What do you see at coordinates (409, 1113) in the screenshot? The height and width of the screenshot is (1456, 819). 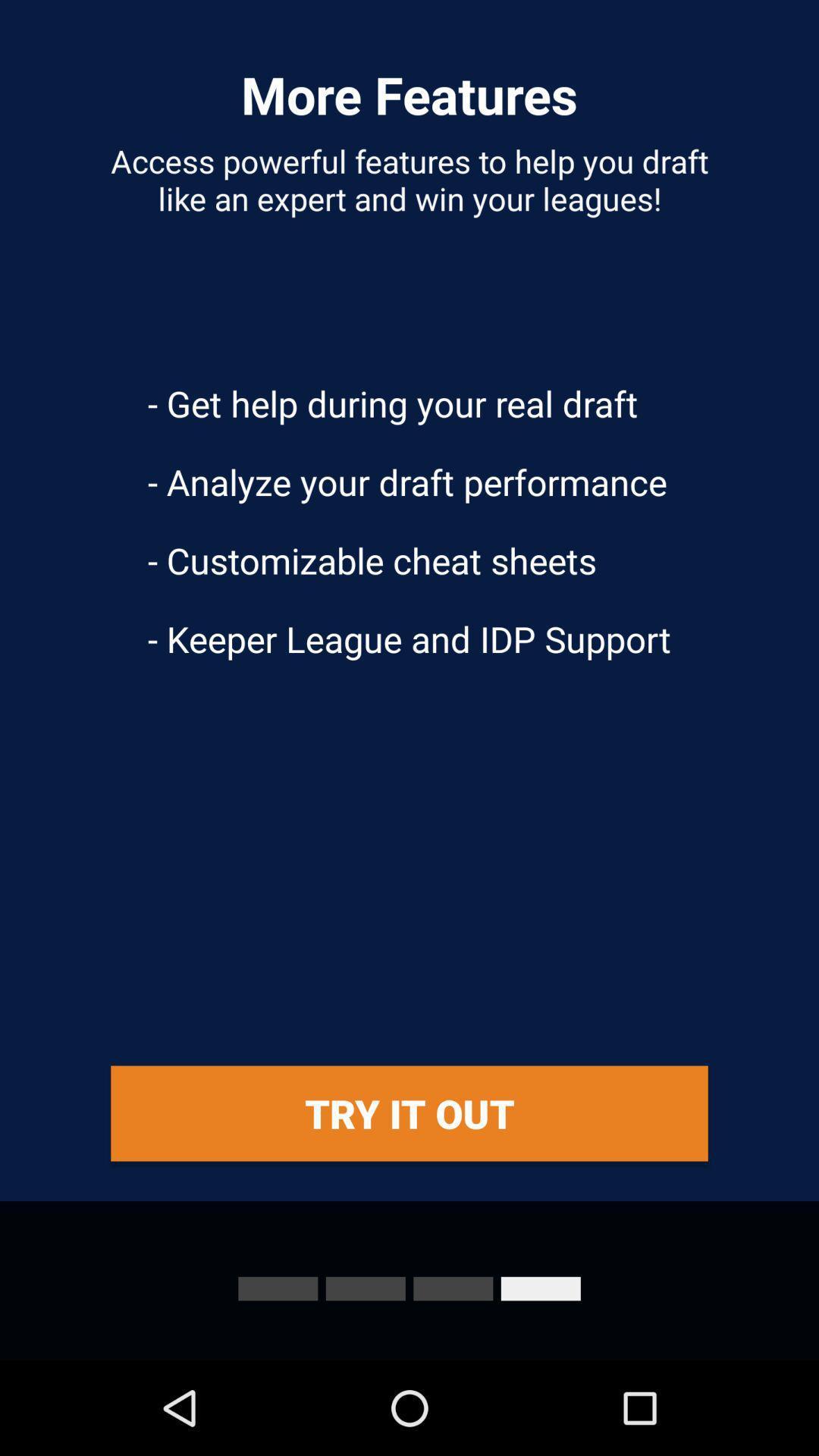 I see `the try it out item` at bounding box center [409, 1113].